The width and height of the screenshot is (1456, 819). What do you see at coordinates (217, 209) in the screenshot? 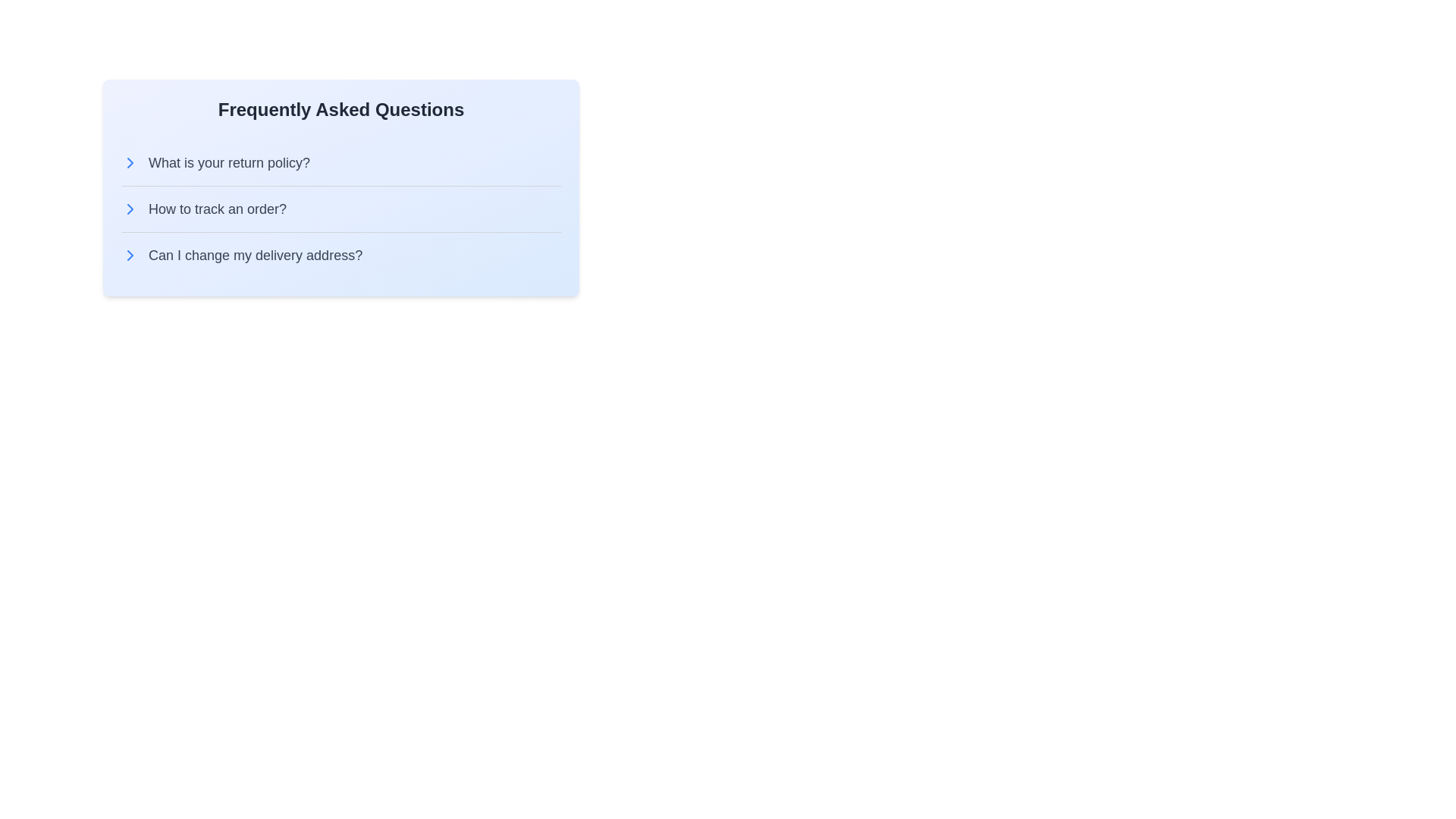
I see `the text label that reads 'How to track an order?' which is styled in medium gray and is the second item in the Frequently Asked Questions list` at bounding box center [217, 209].